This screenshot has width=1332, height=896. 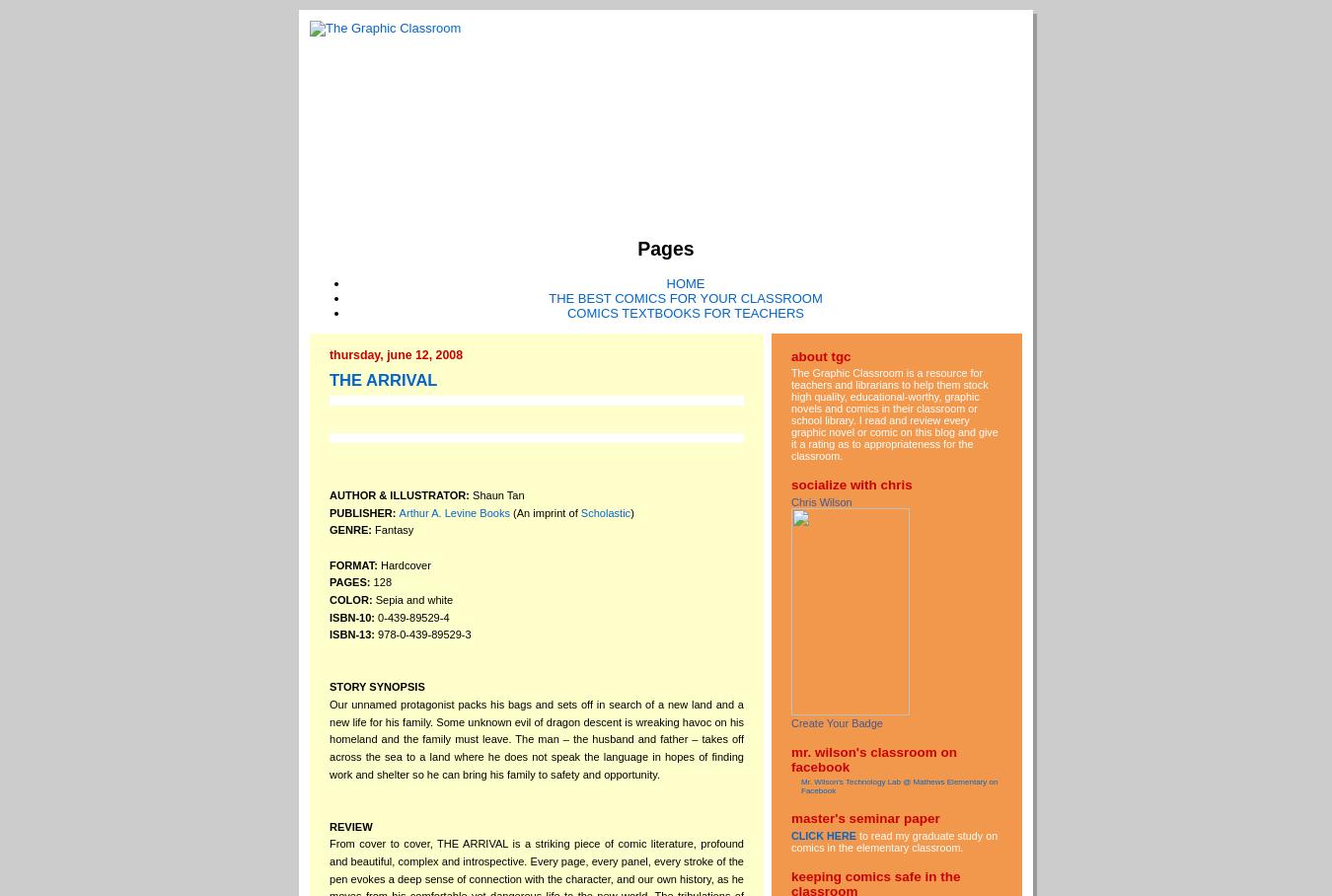 What do you see at coordinates (328, 355) in the screenshot?
I see `'Thursday, June 12, 2008'` at bounding box center [328, 355].